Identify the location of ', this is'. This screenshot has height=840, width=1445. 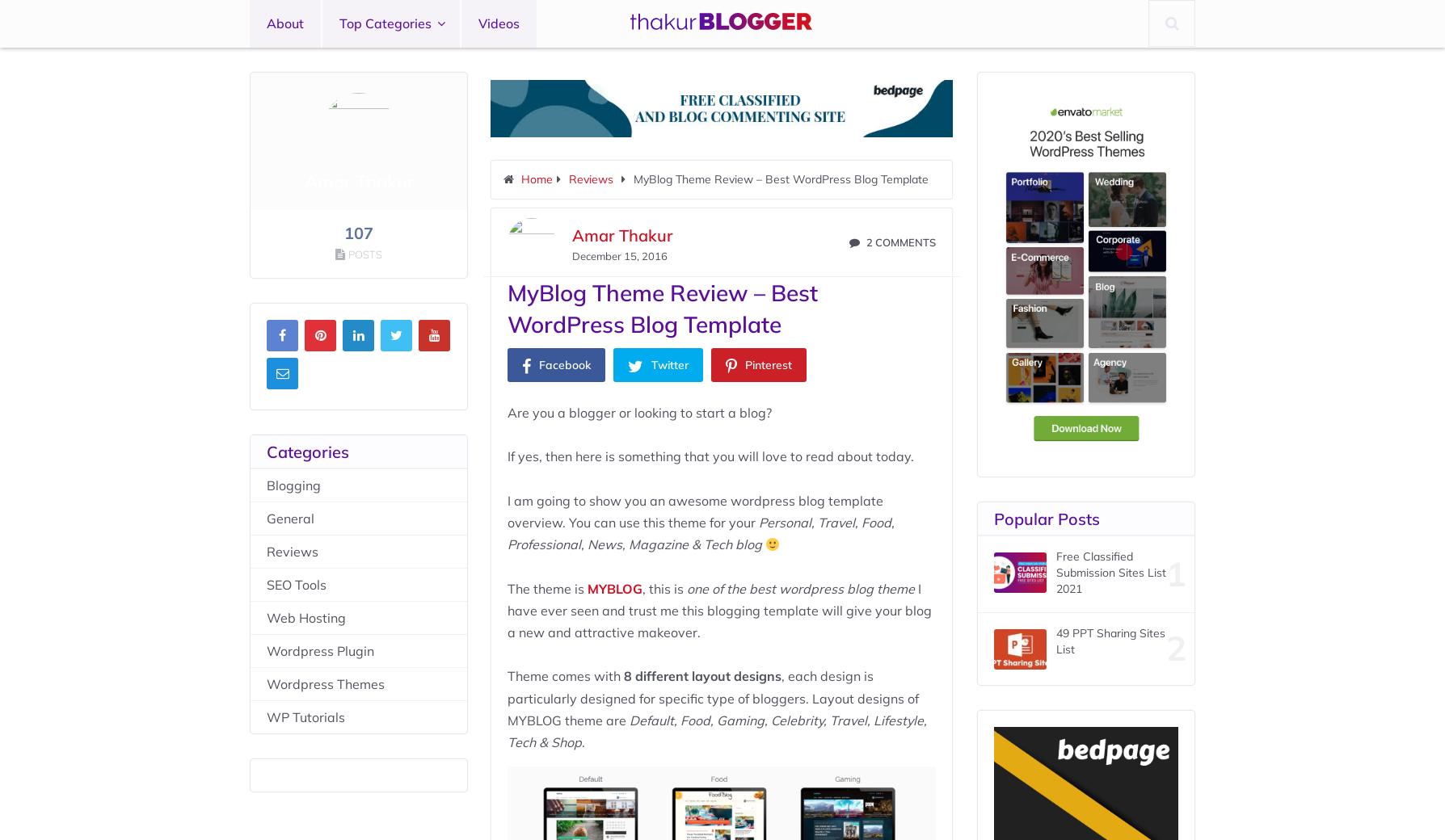
(663, 588).